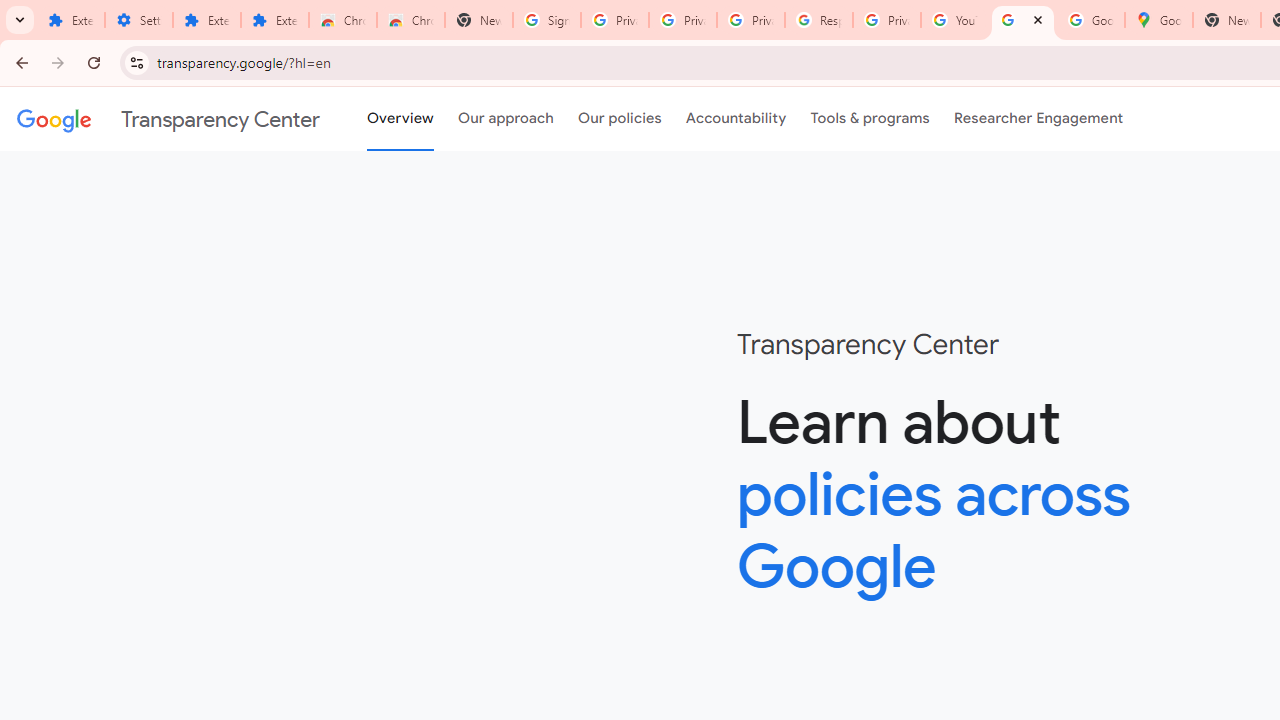  What do you see at coordinates (343, 20) in the screenshot?
I see `'Chrome Web Store'` at bounding box center [343, 20].